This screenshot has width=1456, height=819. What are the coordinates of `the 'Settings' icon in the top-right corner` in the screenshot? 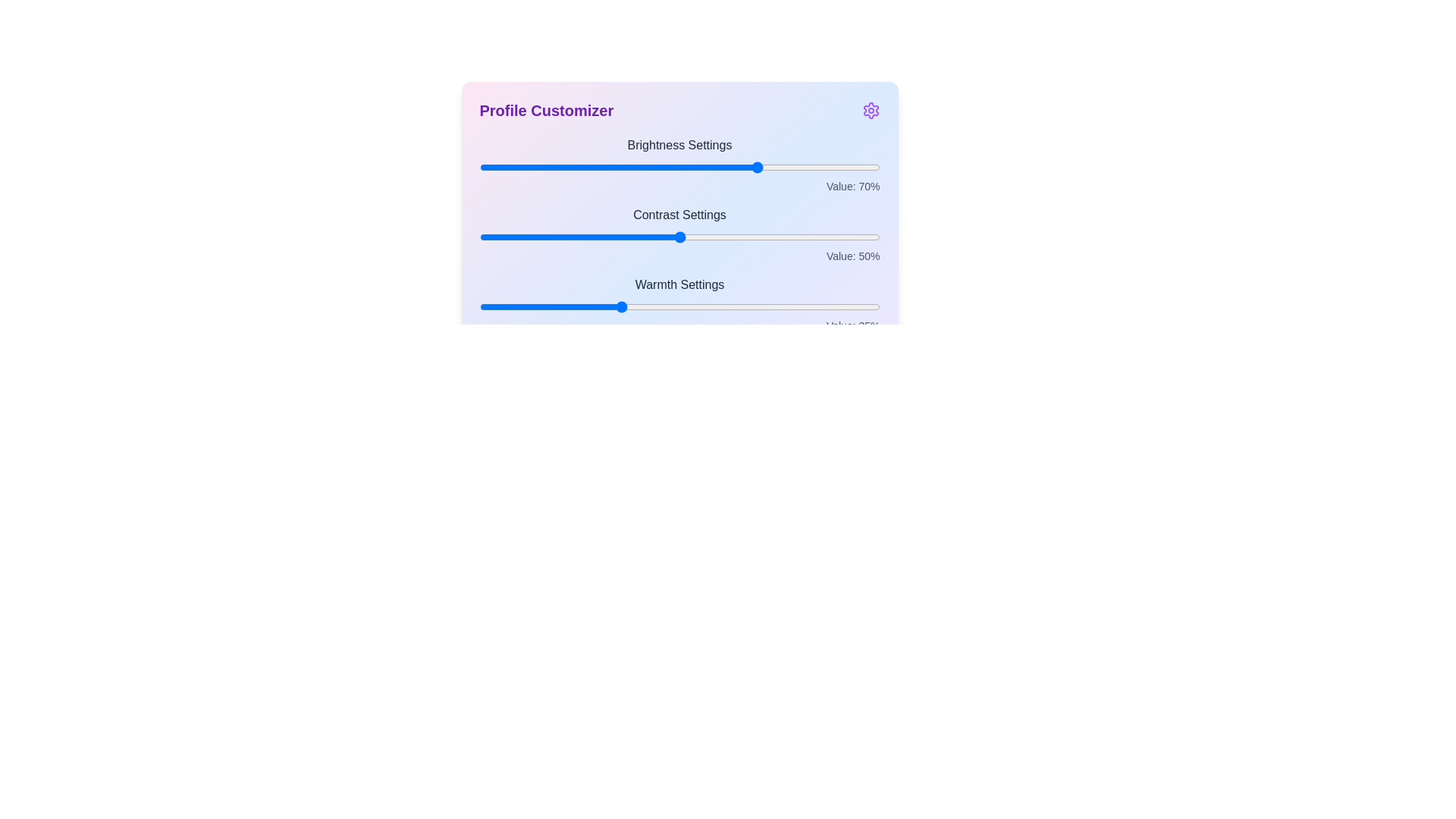 It's located at (871, 110).